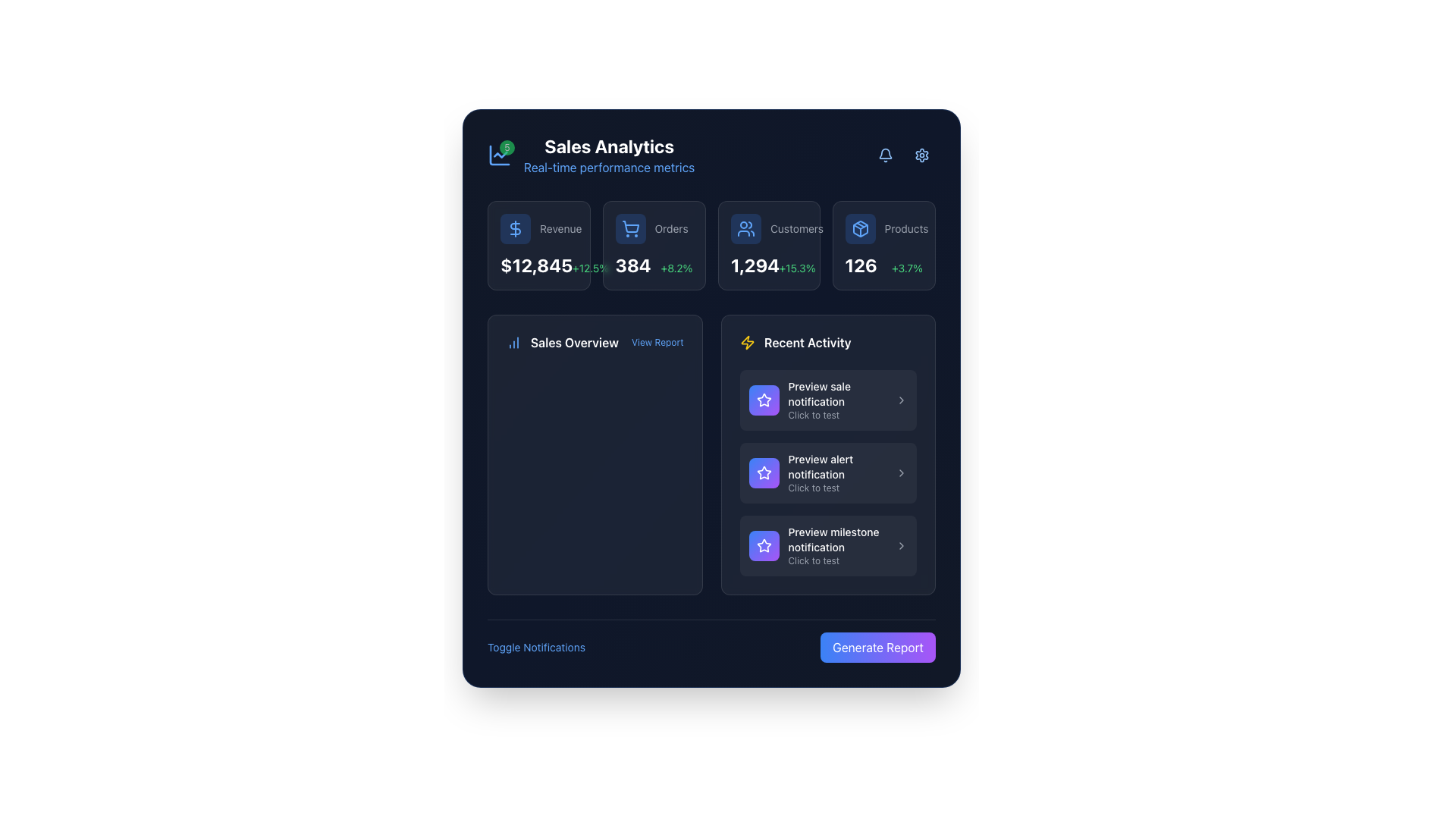  I want to click on the button located at the bottom-right corner of the interface that triggers report generation, so click(878, 647).